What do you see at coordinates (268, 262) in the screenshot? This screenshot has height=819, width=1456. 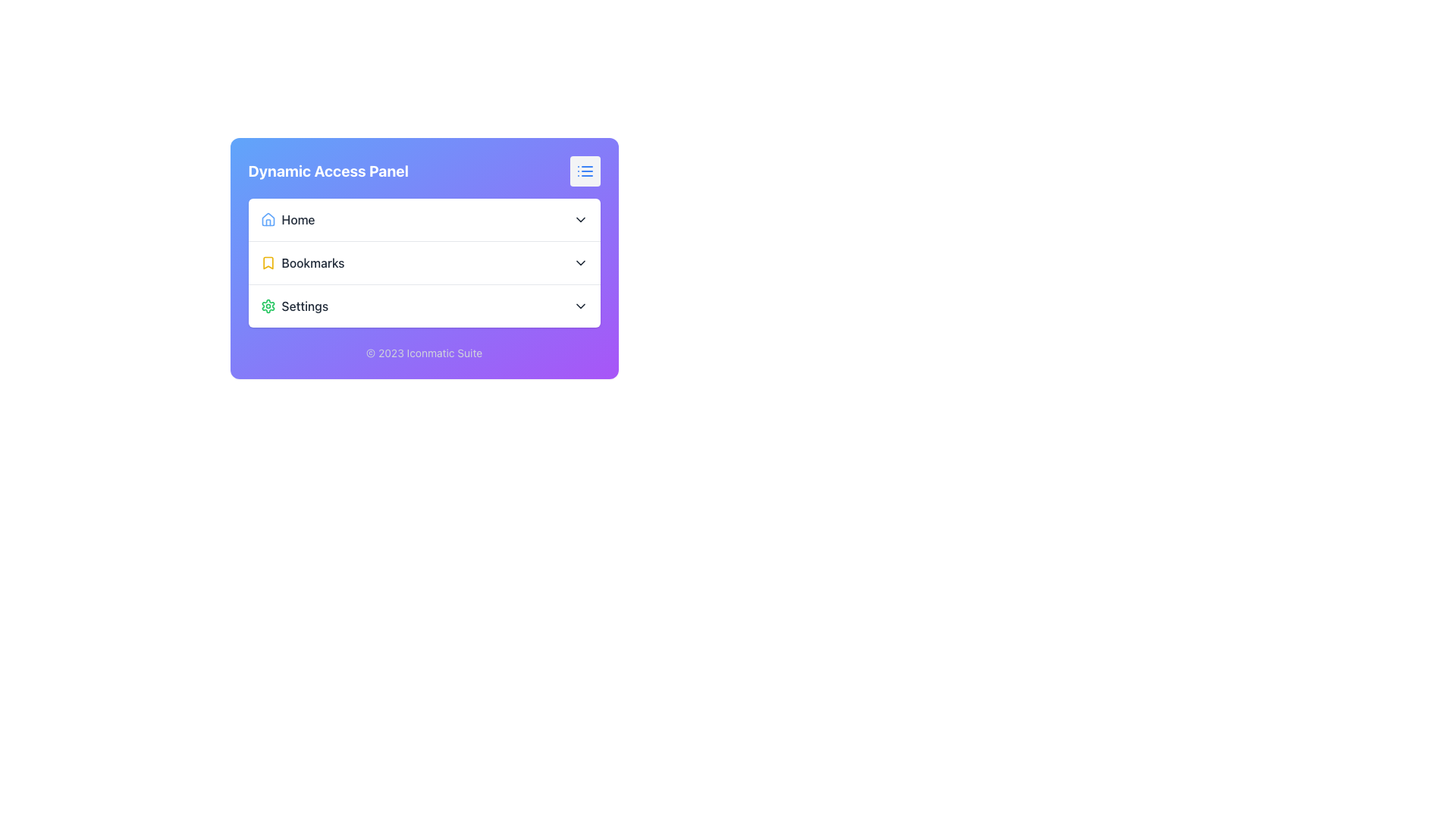 I see `the 'Bookmarks' SVG Icon` at bounding box center [268, 262].